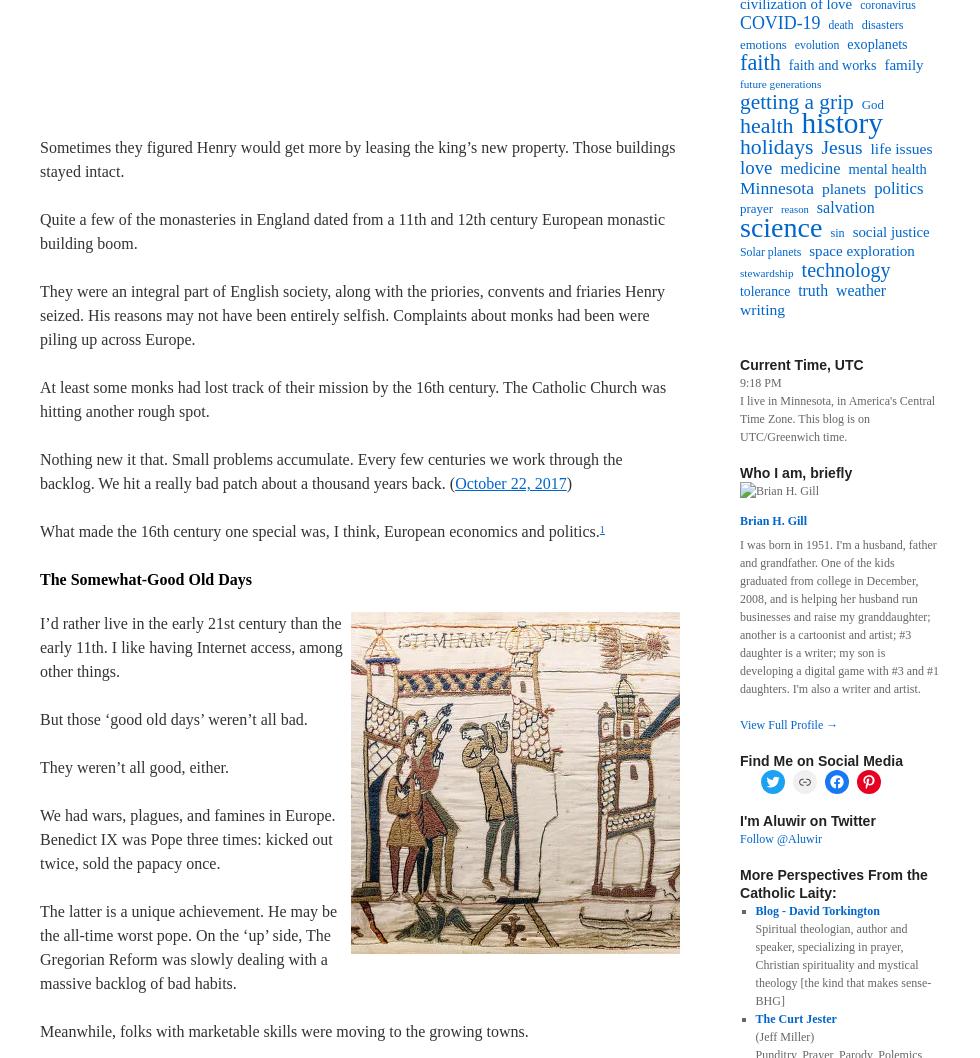  Describe the element at coordinates (816, 44) in the screenshot. I see `'evolution'` at that location.